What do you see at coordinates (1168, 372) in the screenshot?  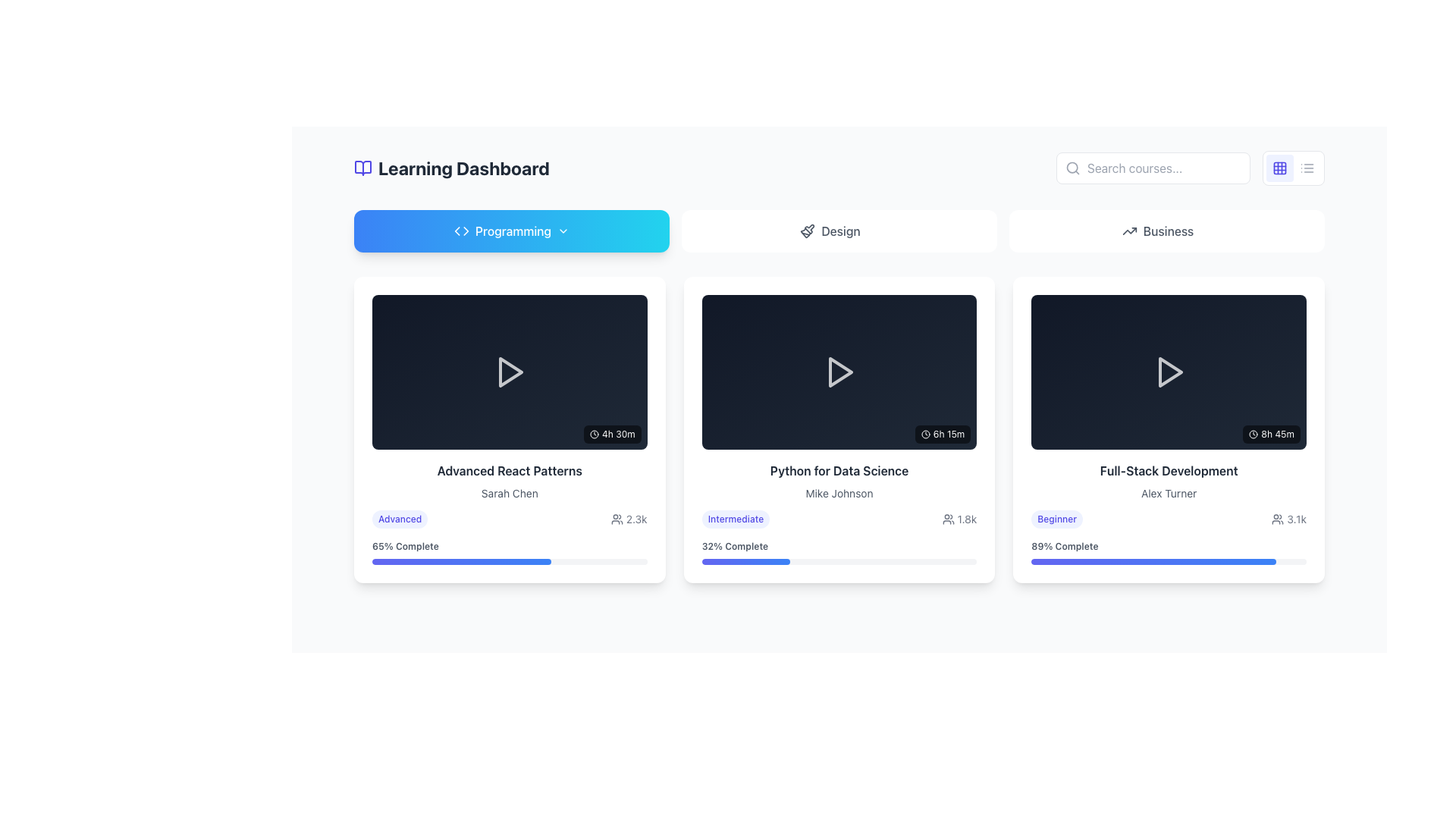 I see `the triangular play icon with a white outline located in the center of the 'Full-Stack Development' card by 'Alex Turner' to initiate playback` at bounding box center [1168, 372].